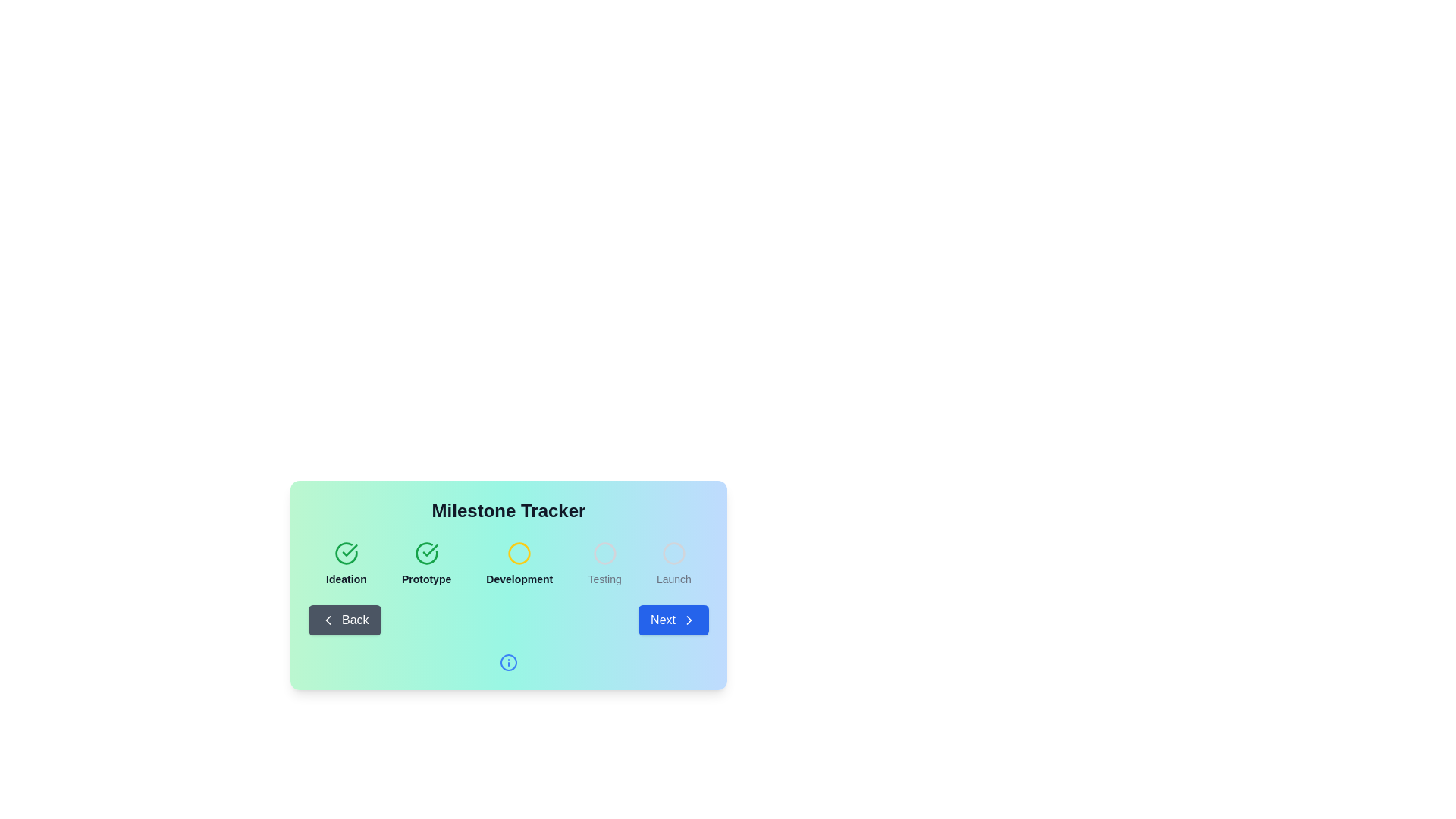  I want to click on text content of the label displaying 'Testing', which is the third element from the left in a horizontal milestone tracker interface, located beneath a circular icon, so click(604, 579).